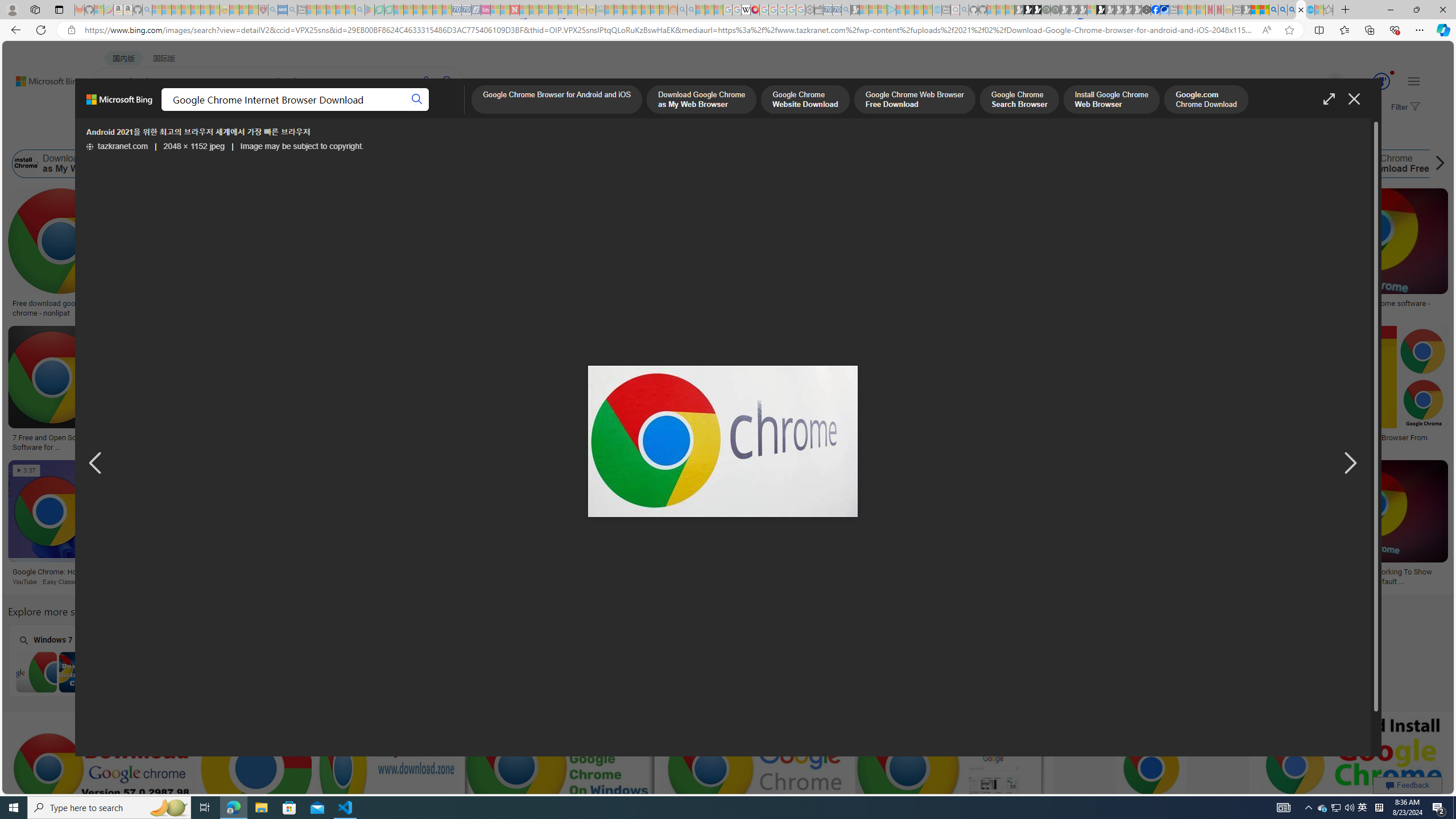  Describe the element at coordinates (1381, 80) in the screenshot. I see `'AutomationID: serp_medal_svg'` at that location.